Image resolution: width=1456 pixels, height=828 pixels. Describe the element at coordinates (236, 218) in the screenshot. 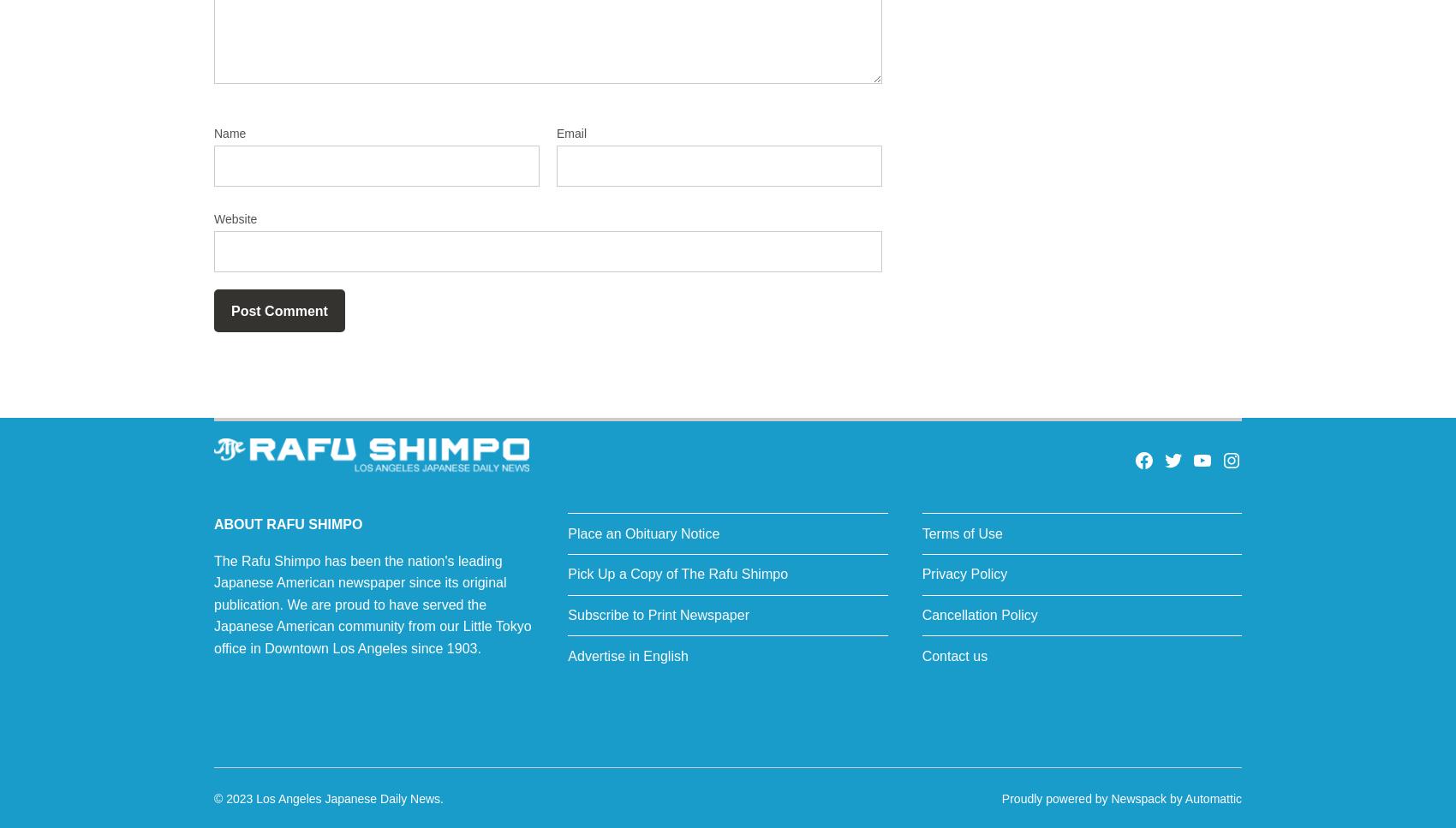

I see `'Website'` at that location.